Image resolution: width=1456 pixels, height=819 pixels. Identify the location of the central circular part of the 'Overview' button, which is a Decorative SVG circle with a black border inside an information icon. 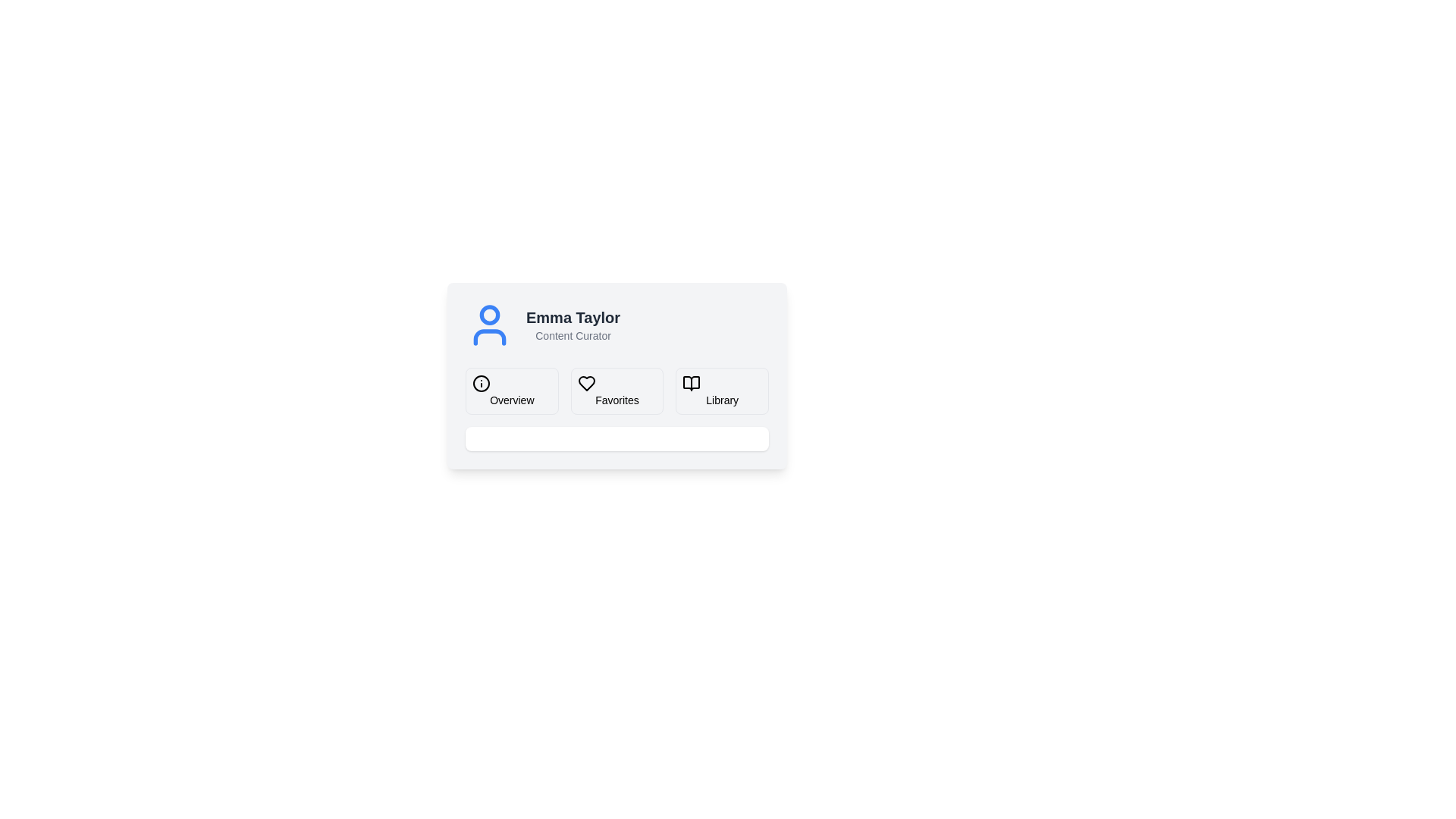
(480, 382).